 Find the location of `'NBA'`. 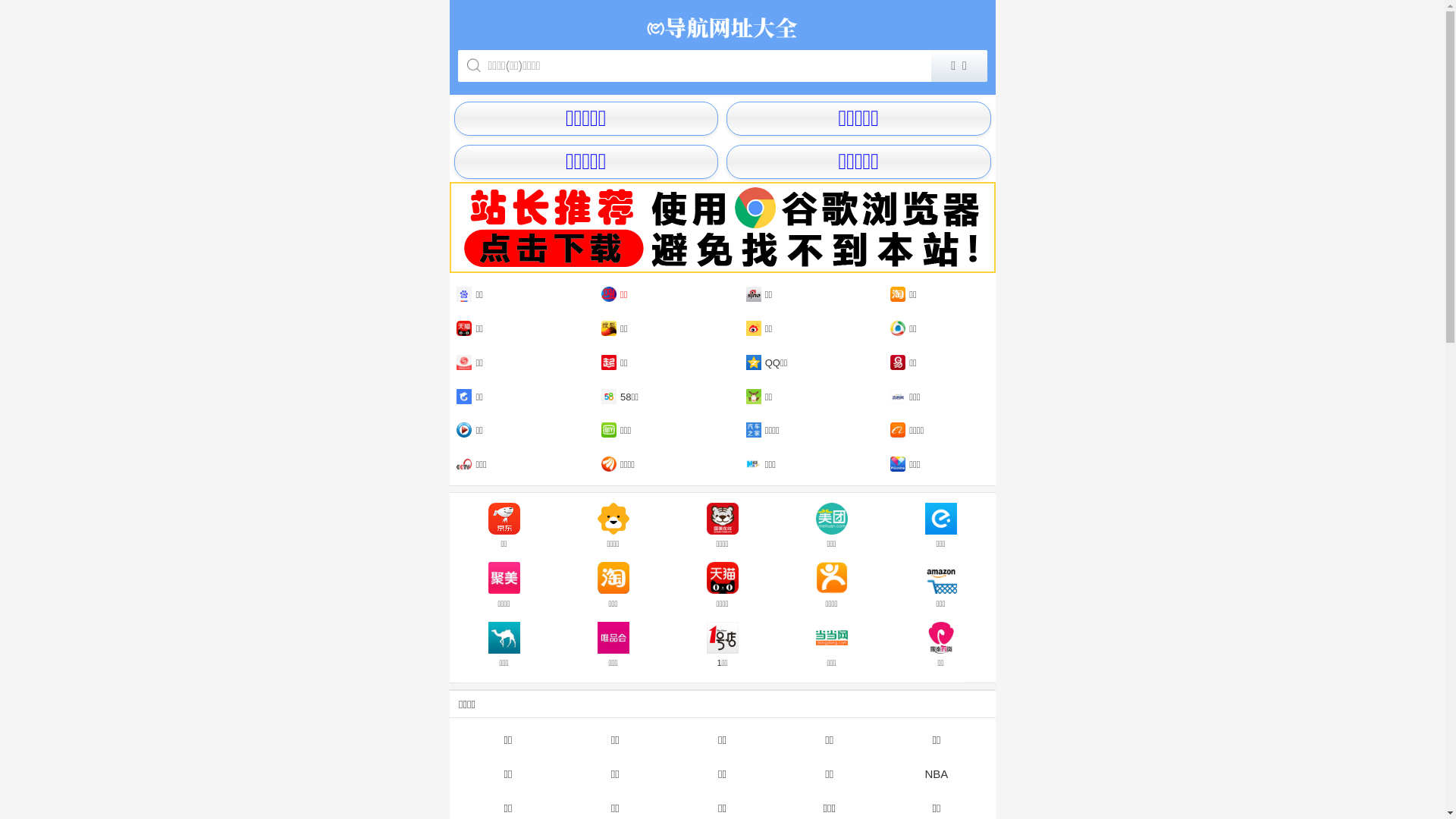

'NBA' is located at coordinates (882, 773).